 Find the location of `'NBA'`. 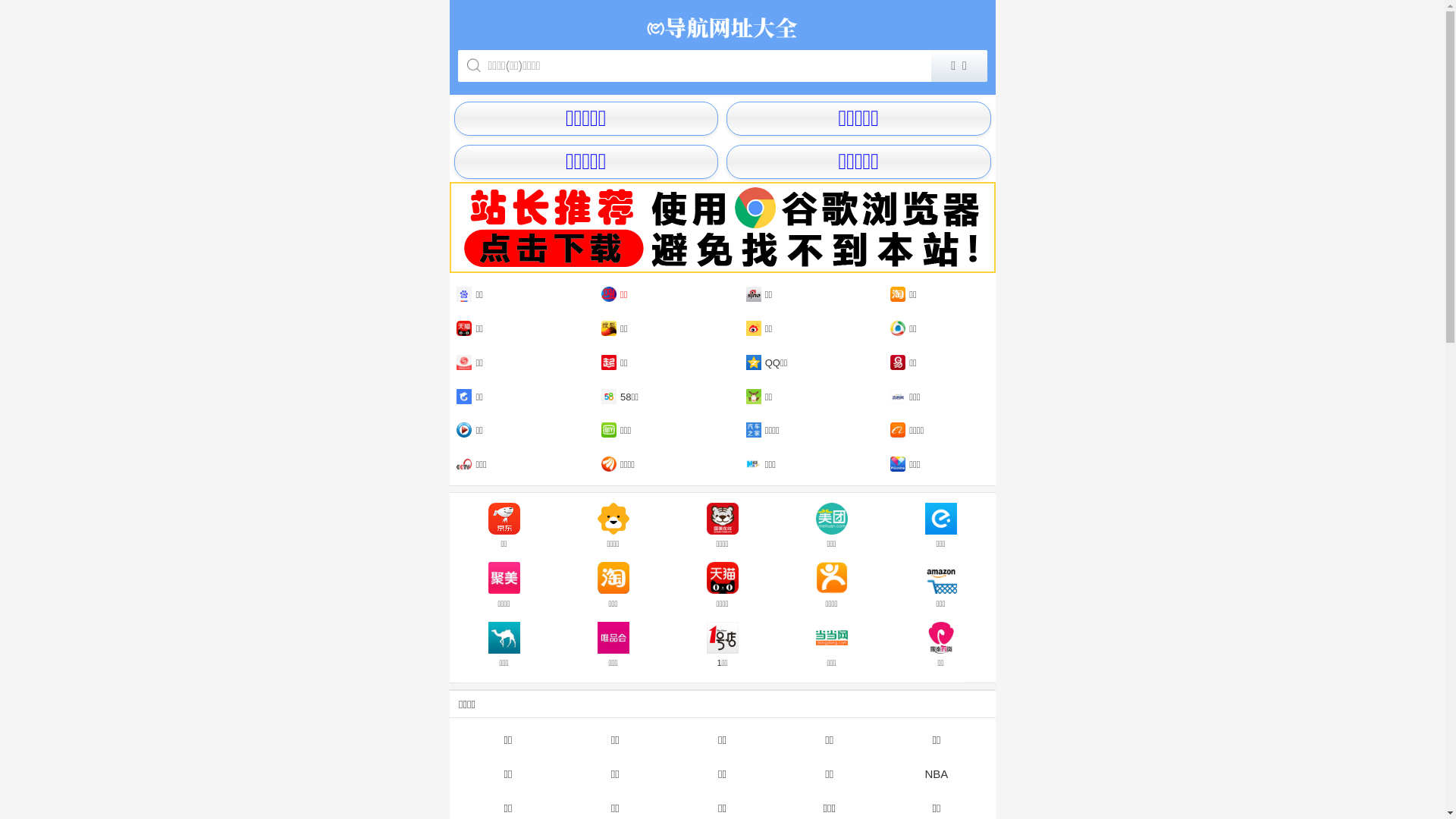

'NBA' is located at coordinates (882, 773).